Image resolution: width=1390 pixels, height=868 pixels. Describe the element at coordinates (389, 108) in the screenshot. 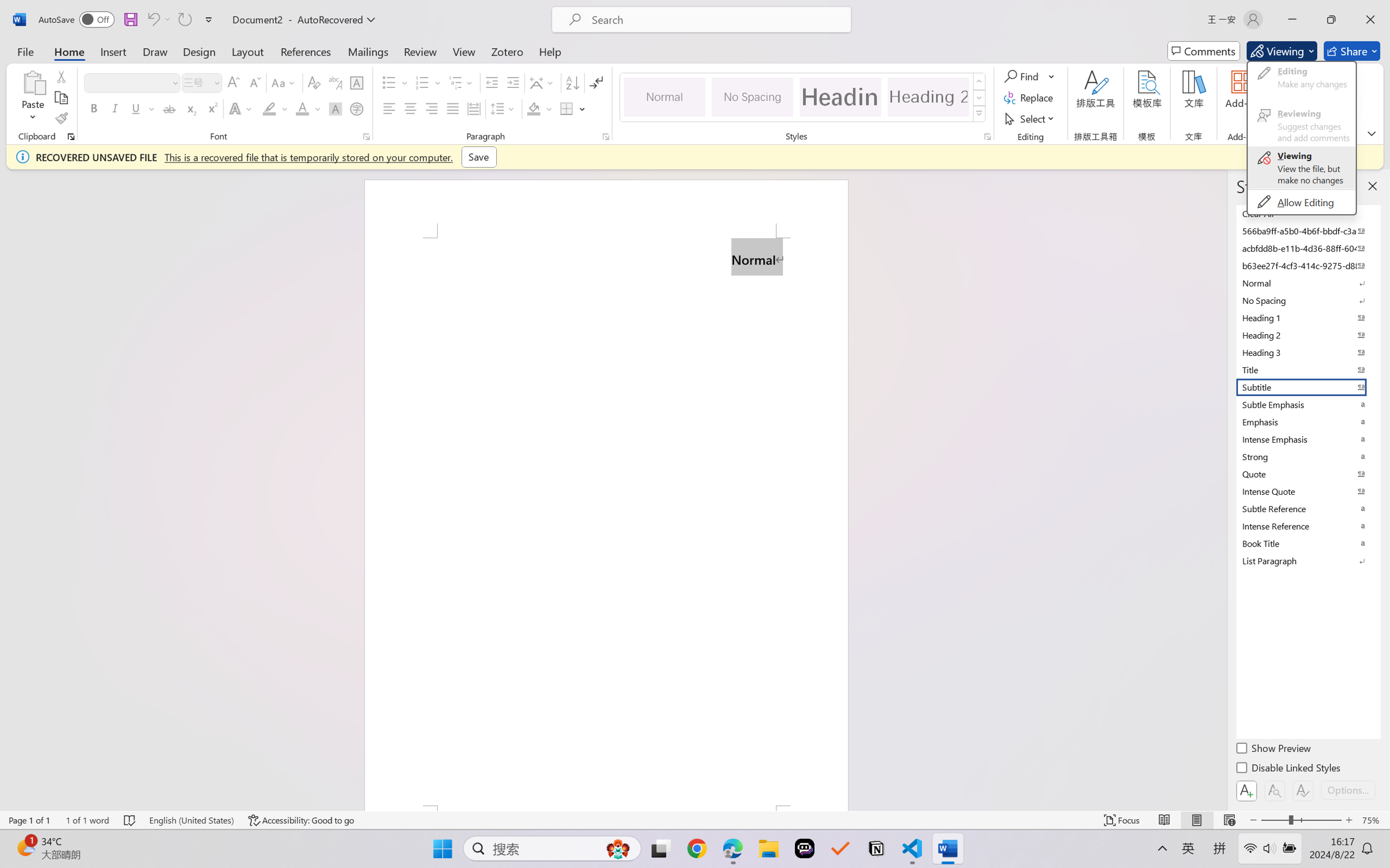

I see `'Align Left'` at that location.